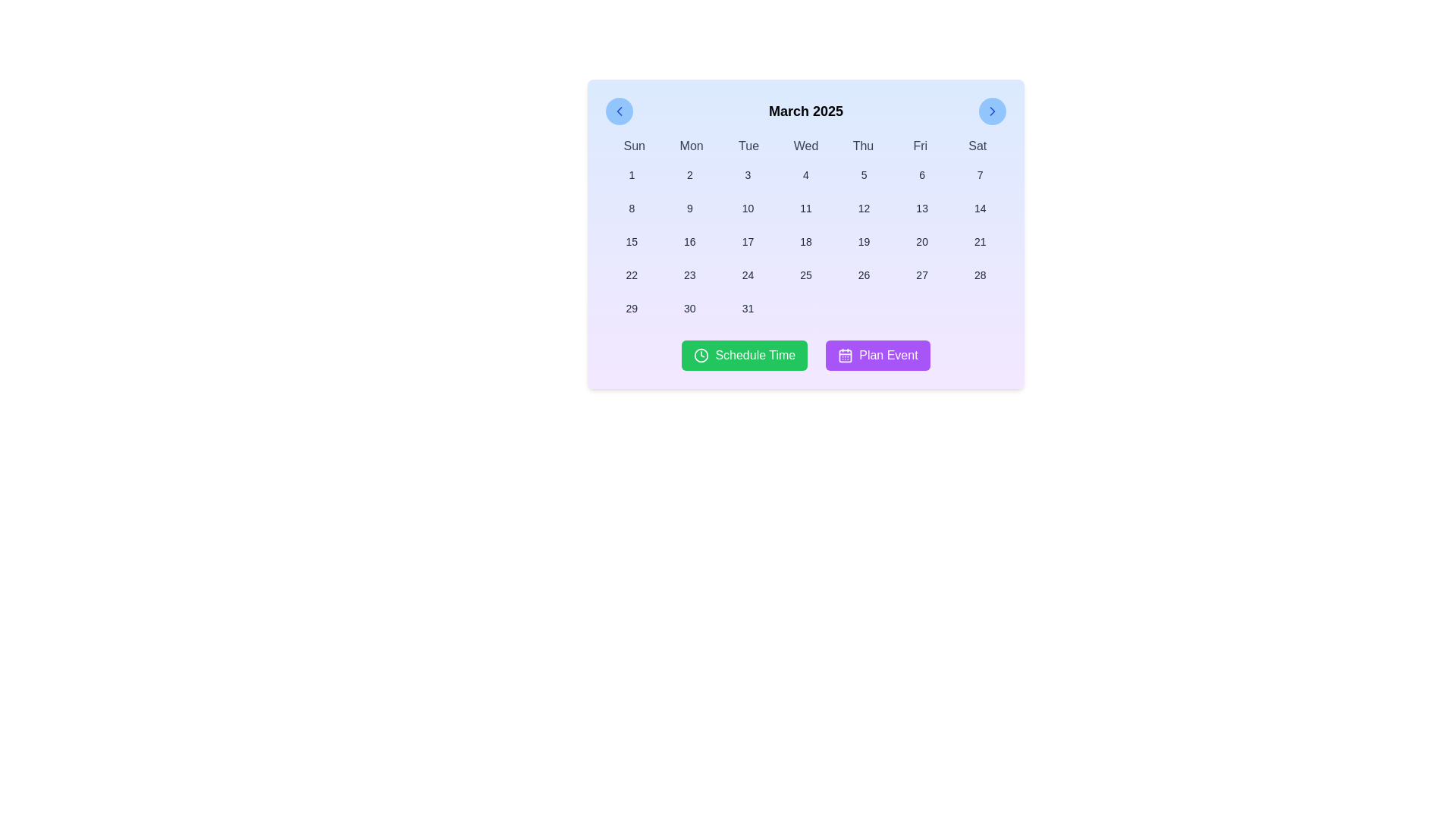 The image size is (1456, 819). What do you see at coordinates (993, 110) in the screenshot?
I see `the next month navigation button in the calendar header, located at the top-right corner, next to the month-year display` at bounding box center [993, 110].